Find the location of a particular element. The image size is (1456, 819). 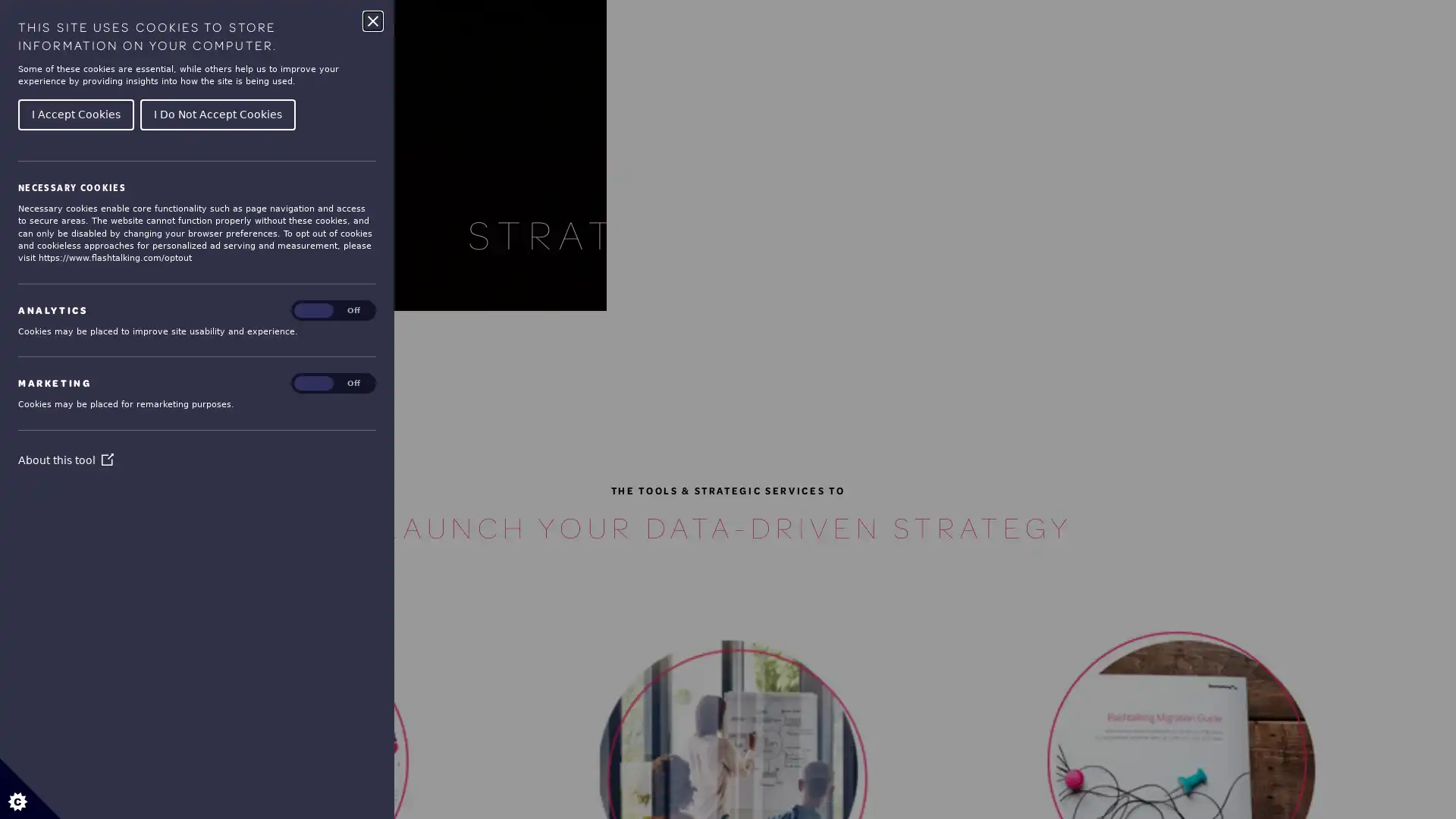

I Accept Cookies is located at coordinates (75, 113).